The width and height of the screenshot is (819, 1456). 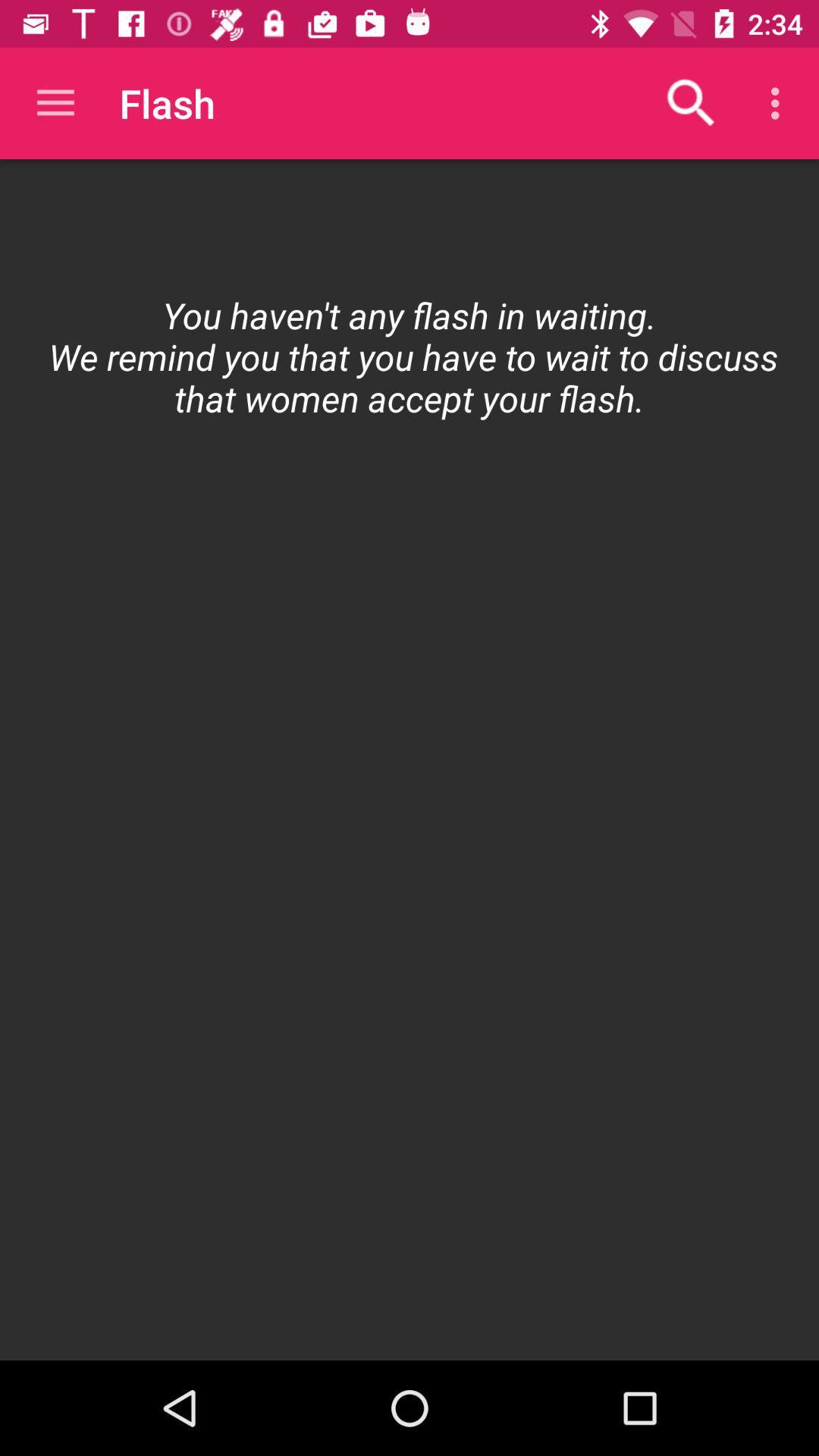 I want to click on item next to the flash item, so click(x=691, y=102).